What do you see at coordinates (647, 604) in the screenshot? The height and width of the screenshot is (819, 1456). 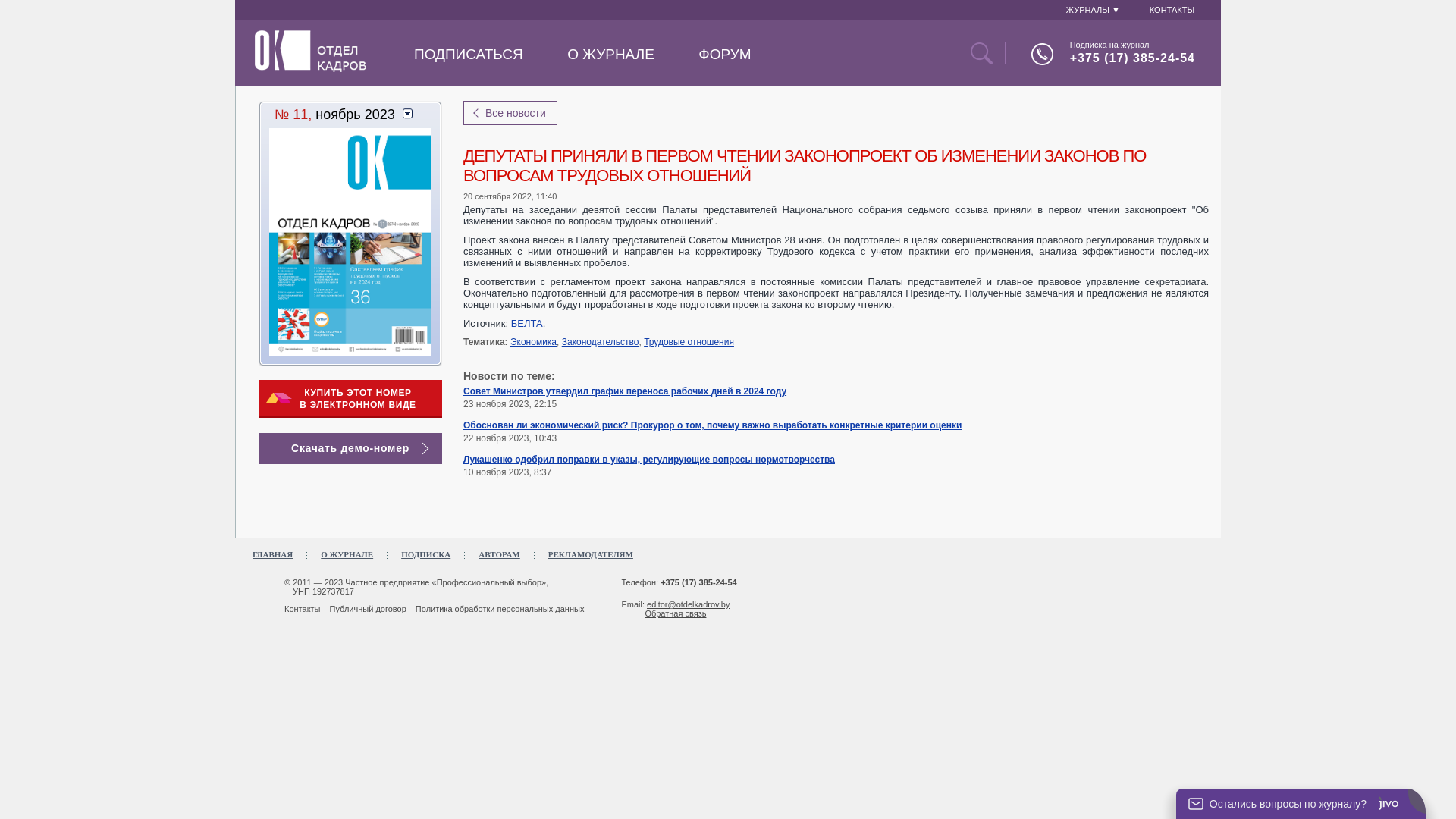 I see `'editor@otdelkadrov.by'` at bounding box center [647, 604].